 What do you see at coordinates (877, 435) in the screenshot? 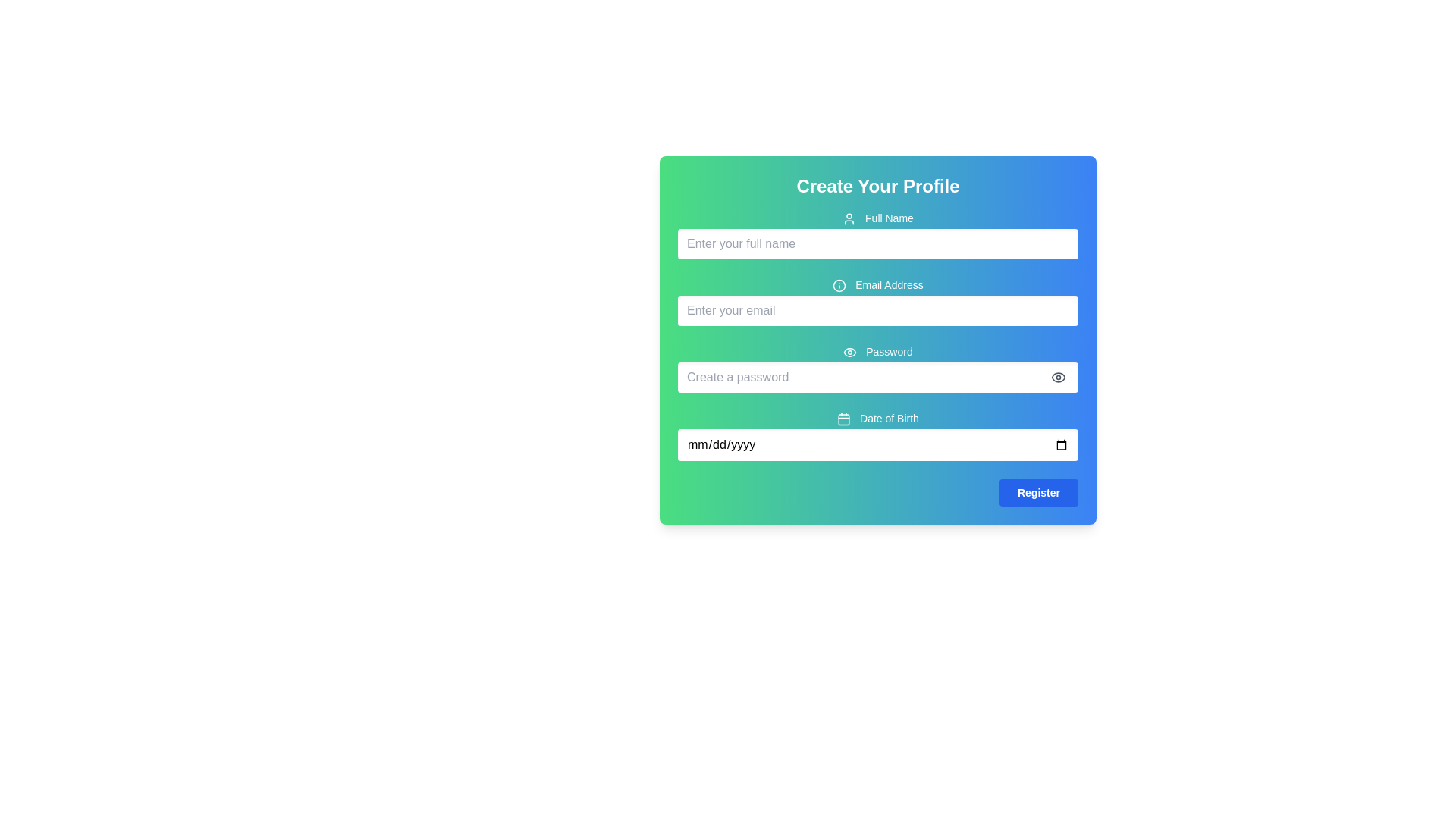
I see `the 'Date of Birth' text input field with a date picker to focus on it` at bounding box center [877, 435].